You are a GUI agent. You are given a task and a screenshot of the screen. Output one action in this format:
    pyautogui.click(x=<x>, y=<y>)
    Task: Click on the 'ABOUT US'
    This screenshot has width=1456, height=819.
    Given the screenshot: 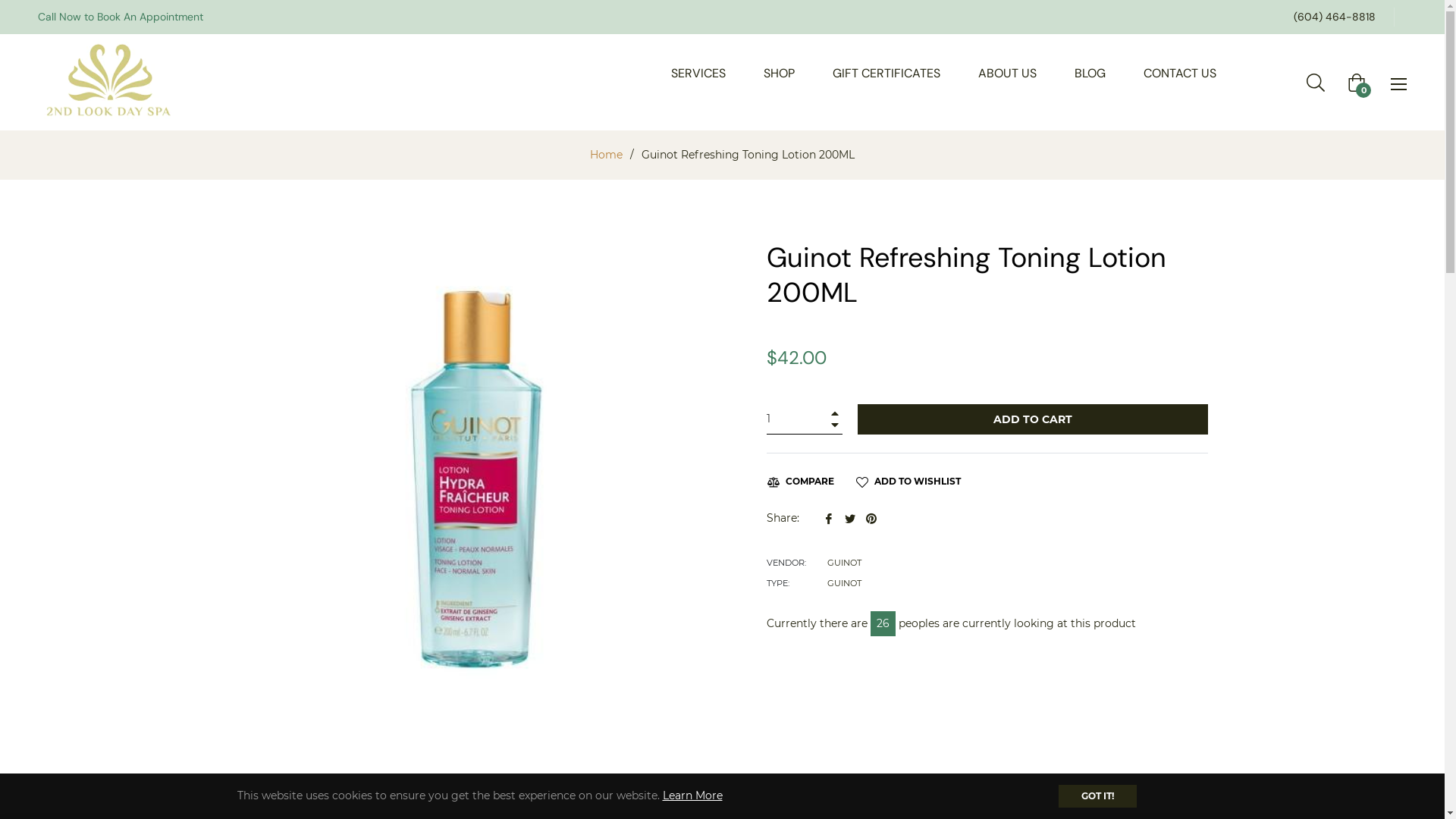 What is the action you would take?
    pyautogui.click(x=1007, y=74)
    